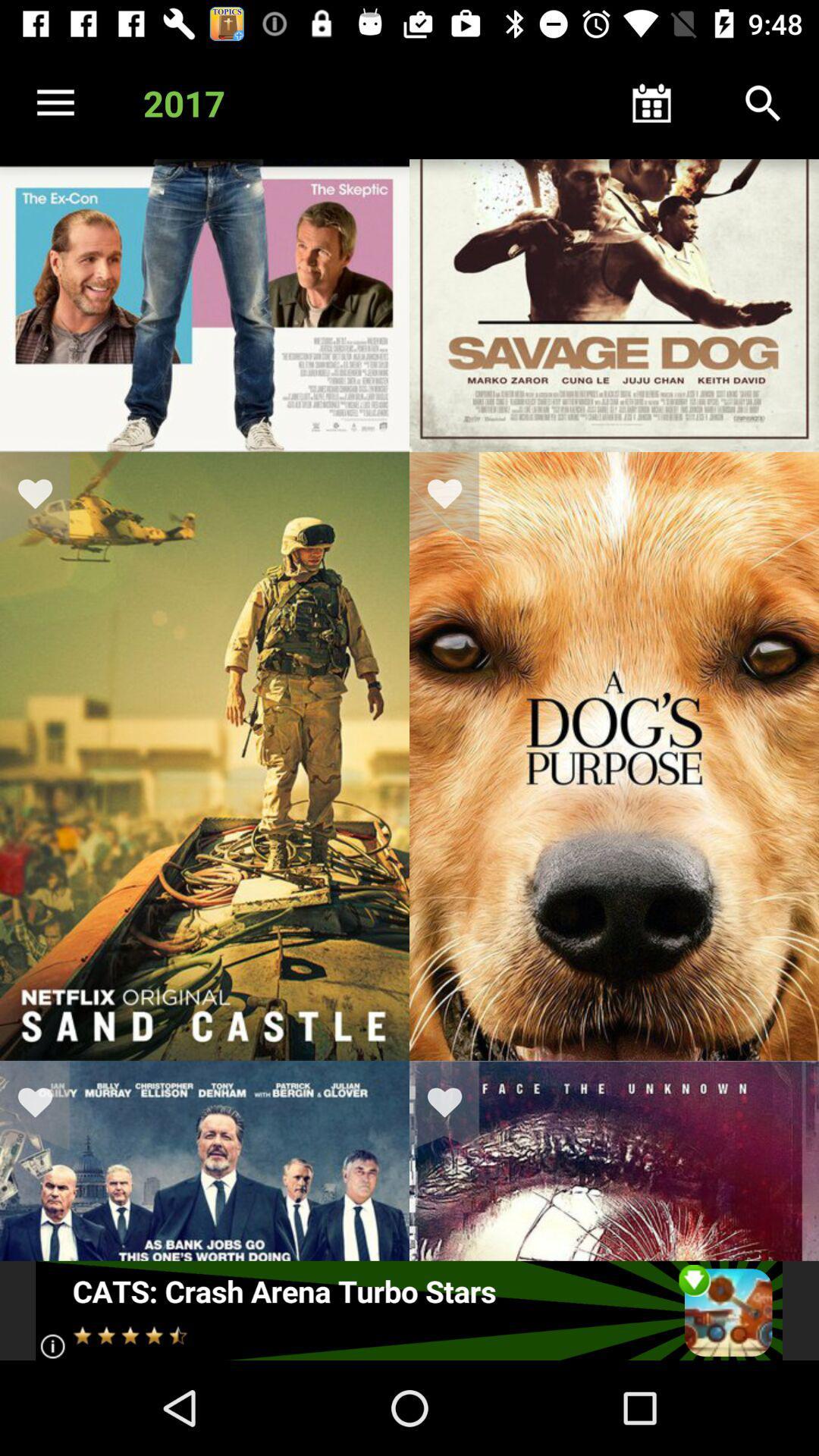 The width and height of the screenshot is (819, 1456). Describe the element at coordinates (44, 1106) in the screenshot. I see `mark as favorite` at that location.